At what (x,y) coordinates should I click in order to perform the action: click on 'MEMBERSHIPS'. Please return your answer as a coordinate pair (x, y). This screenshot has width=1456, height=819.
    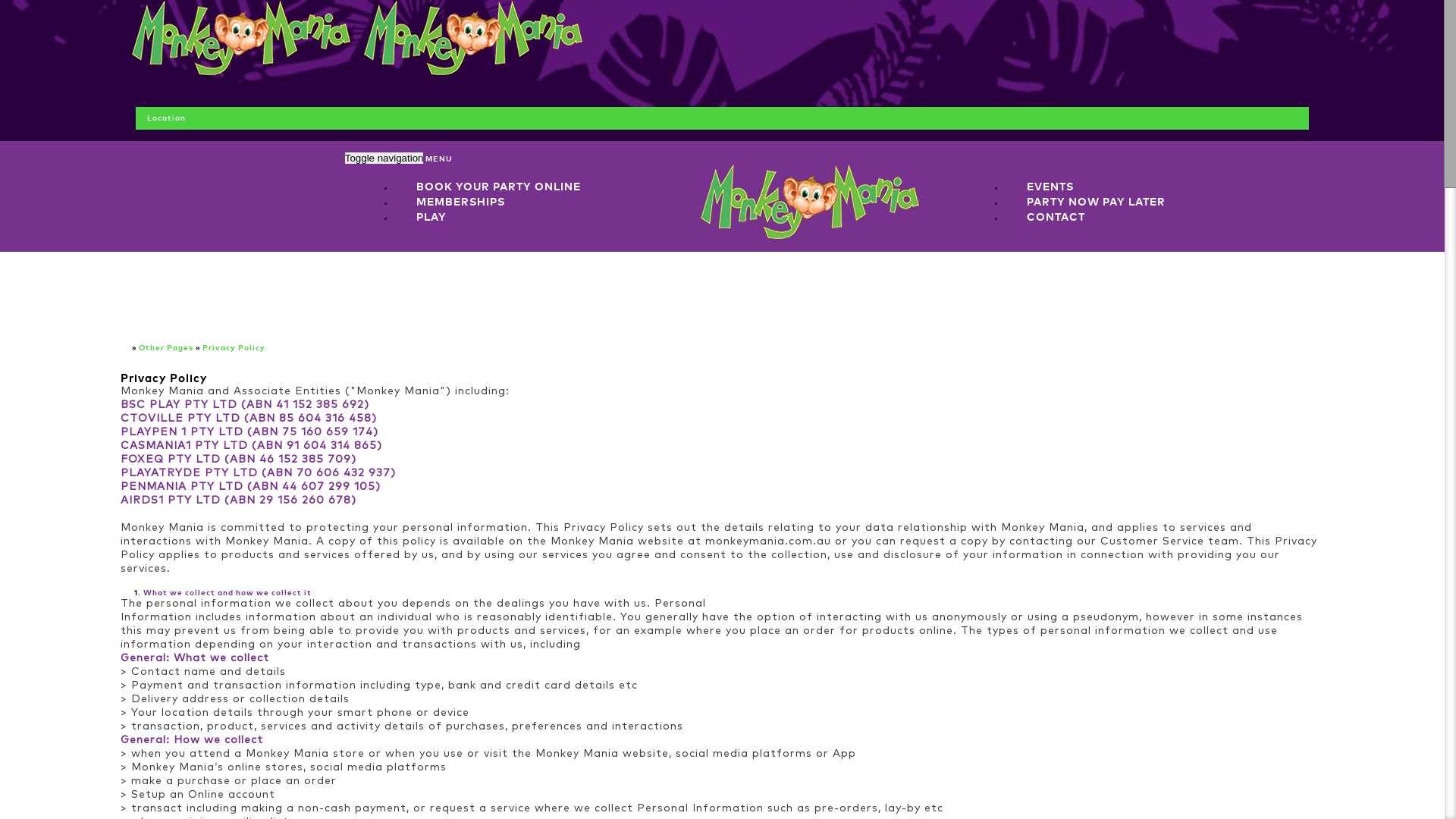
    Looking at the image, I should click on (460, 201).